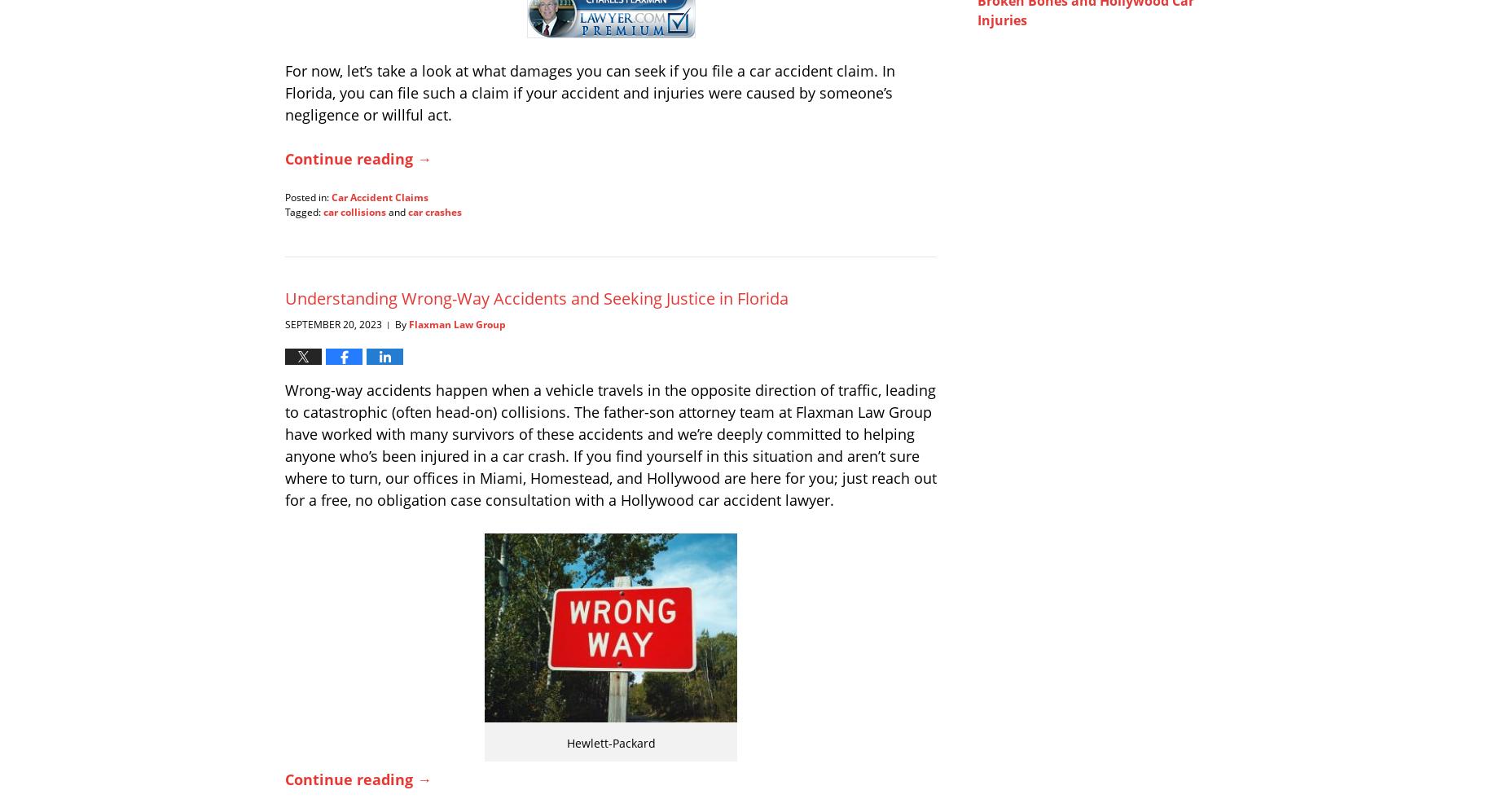  I want to click on 'Flaxman Law Group', so click(457, 323).